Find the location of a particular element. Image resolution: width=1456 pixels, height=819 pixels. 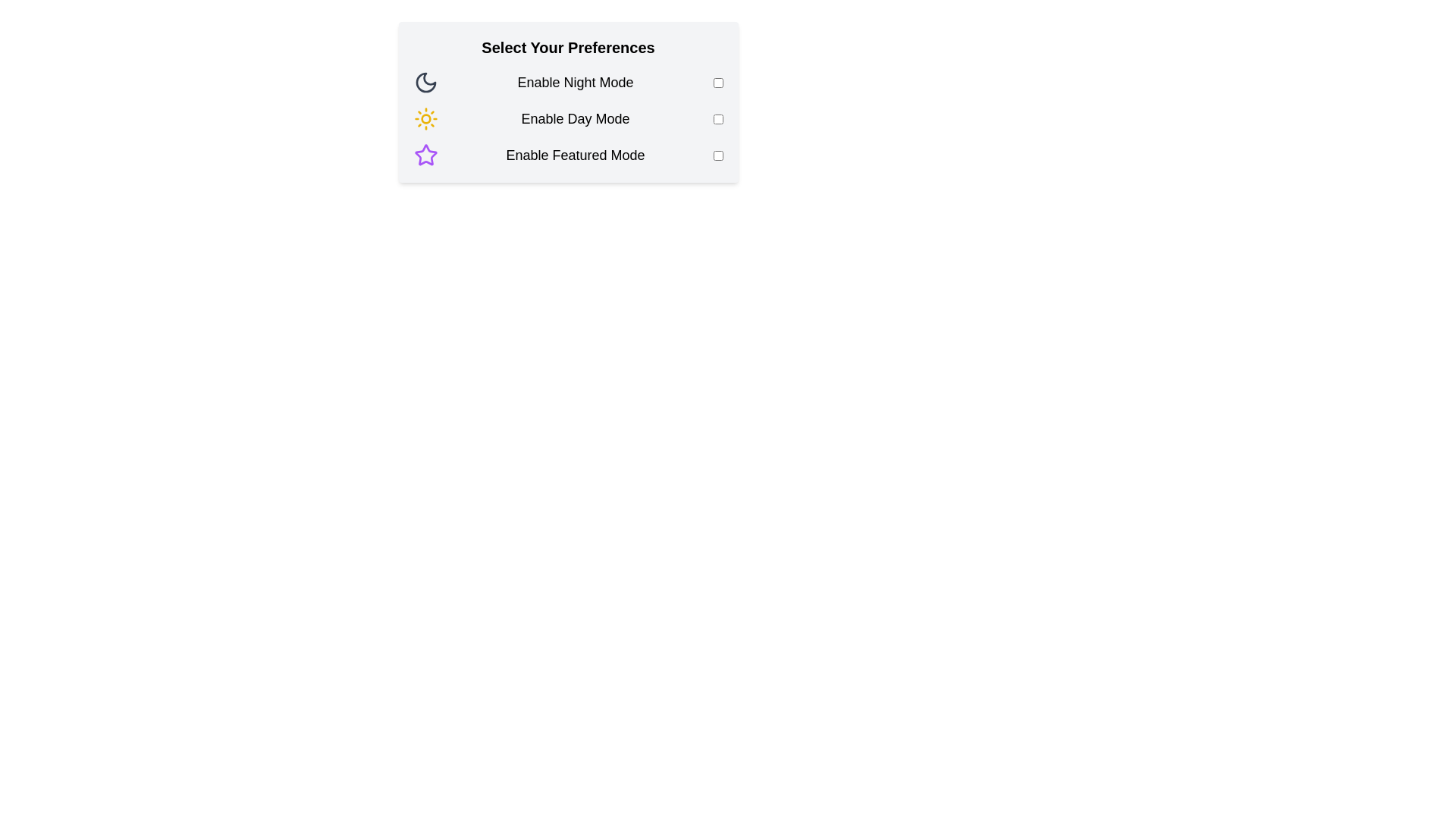

the text label displaying 'Enable Featured Mode', which is the third option in the preferences section, positioned between a star icon and a checkbox is located at coordinates (574, 155).